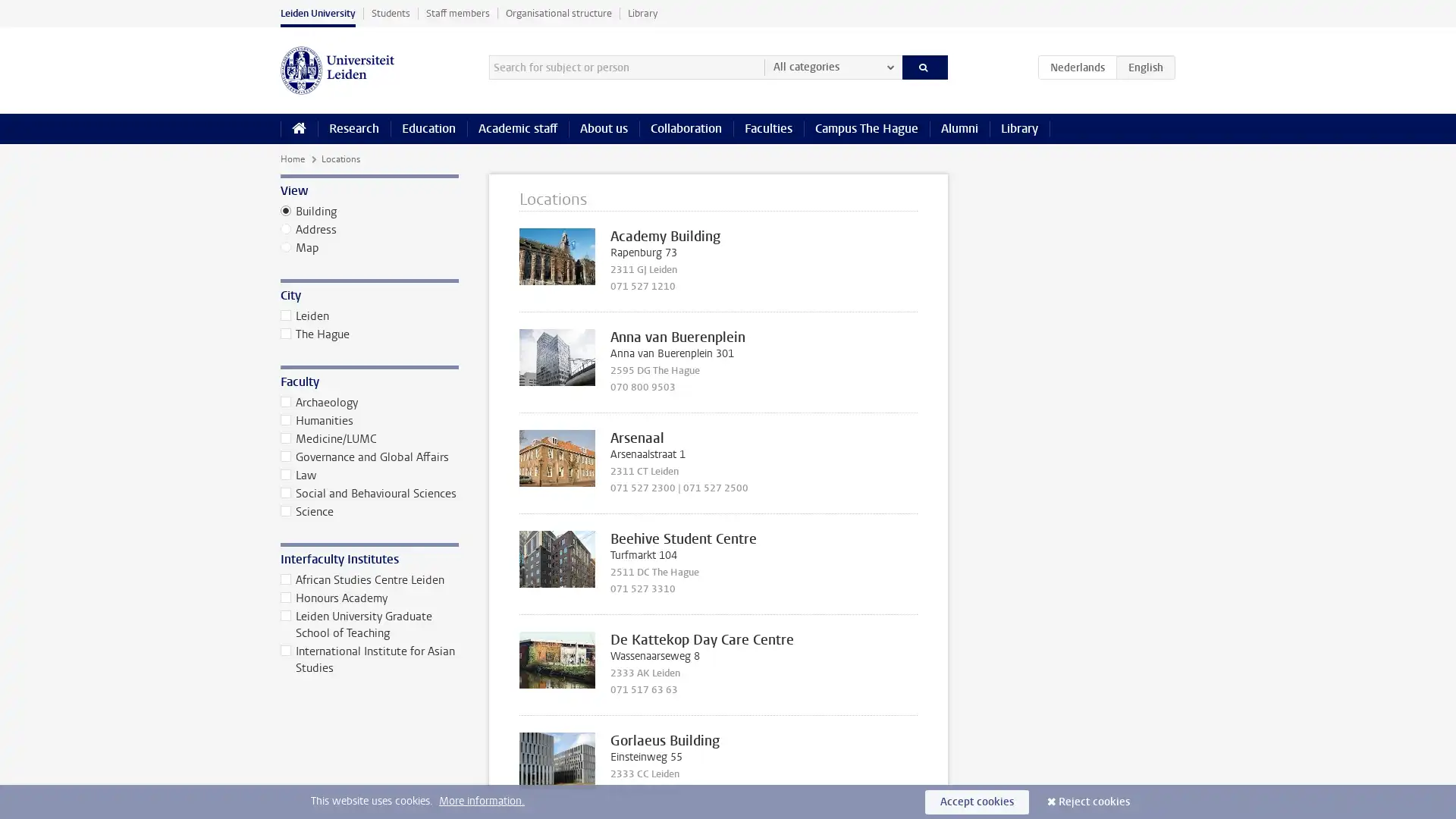 The image size is (1456, 819). Describe the element at coordinates (924, 66) in the screenshot. I see `Search` at that location.